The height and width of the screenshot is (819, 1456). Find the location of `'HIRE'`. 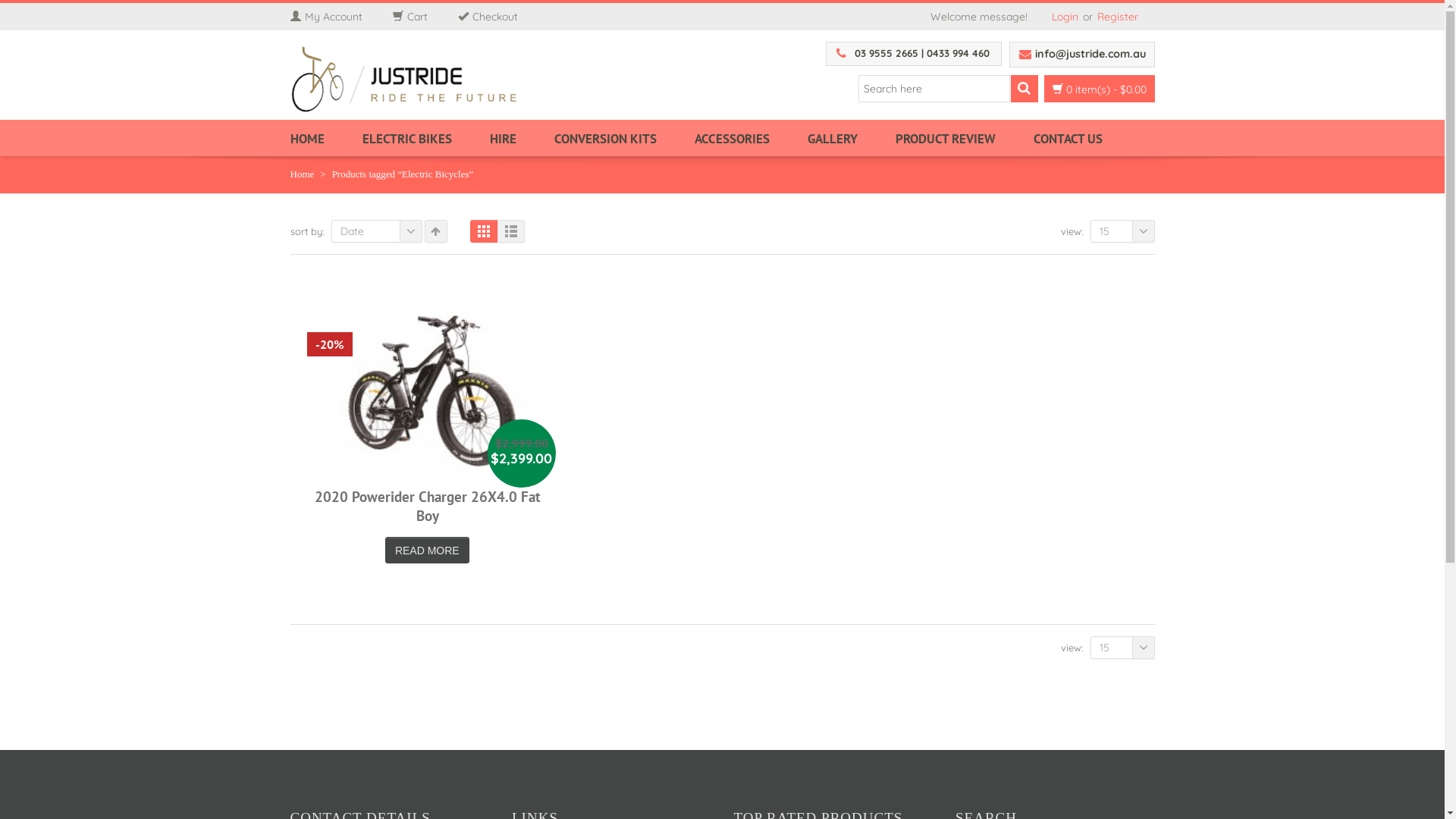

'HIRE' is located at coordinates (522, 137).